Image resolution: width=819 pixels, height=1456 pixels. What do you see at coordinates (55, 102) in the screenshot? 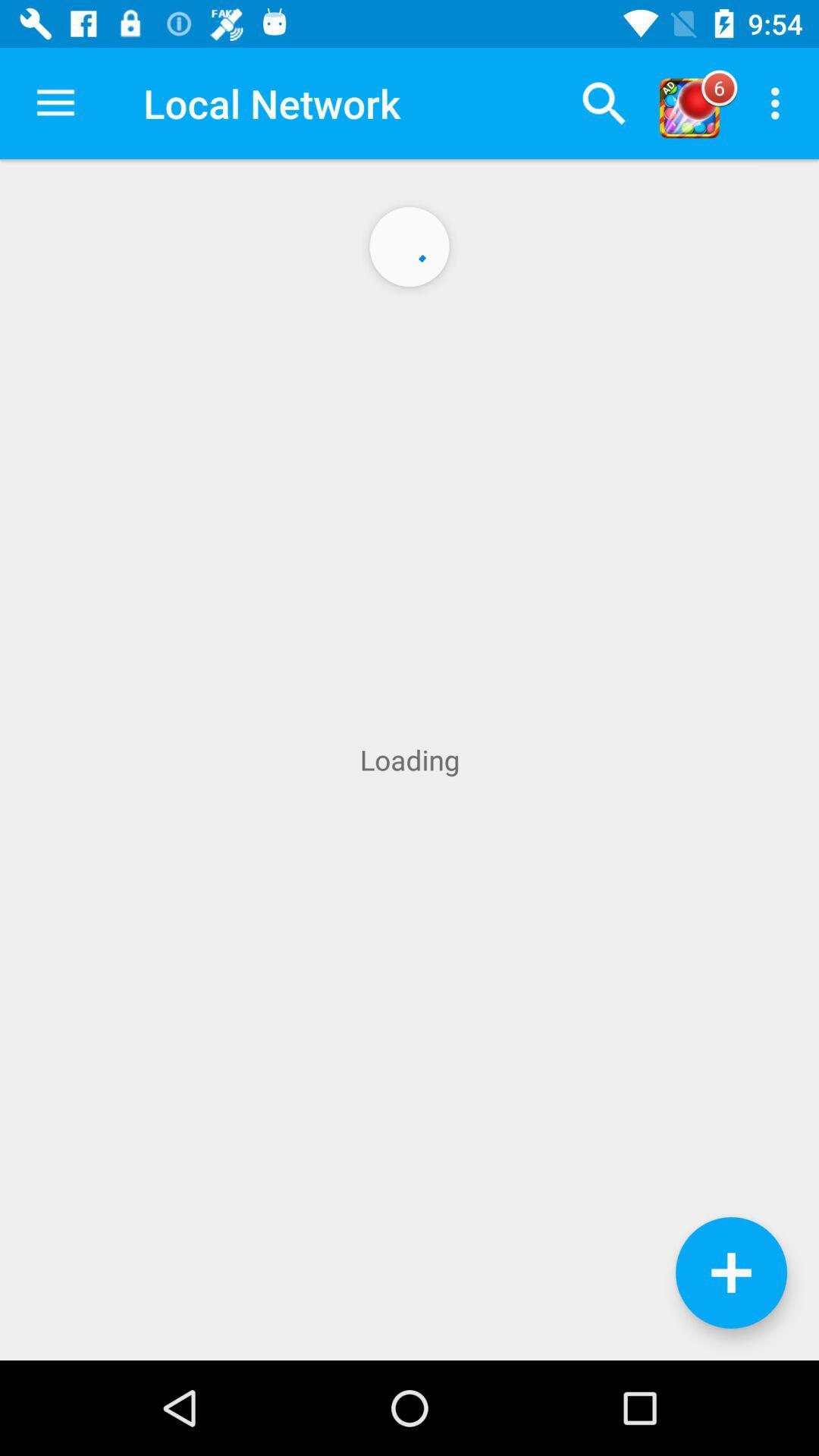
I see `the app to the left of the local network` at bounding box center [55, 102].